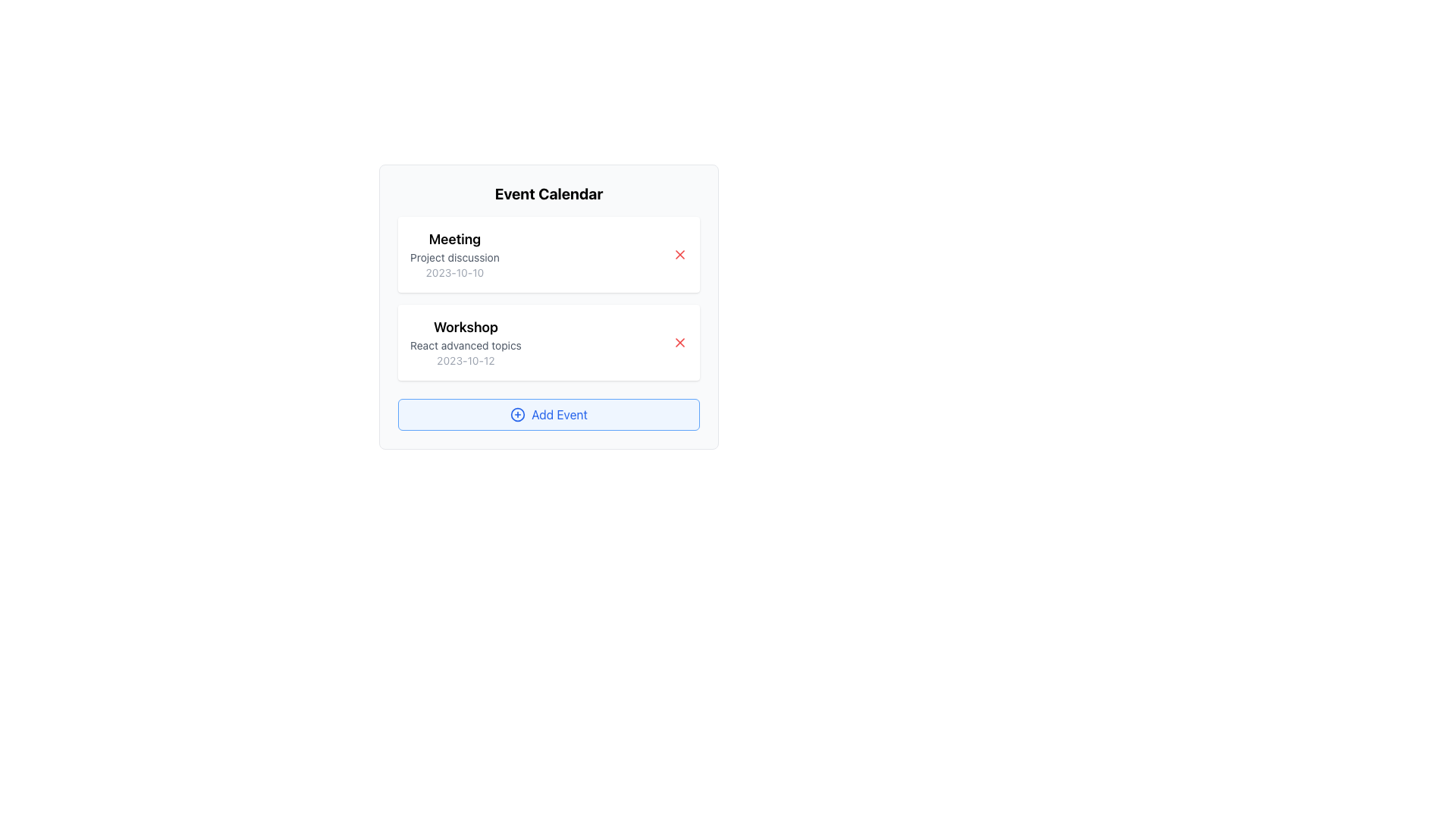 The height and width of the screenshot is (819, 1456). Describe the element at coordinates (548, 415) in the screenshot. I see `the 'Add Event' button with a light blue background and blue border located at the bottom of the 'Event Calendar' card` at that location.